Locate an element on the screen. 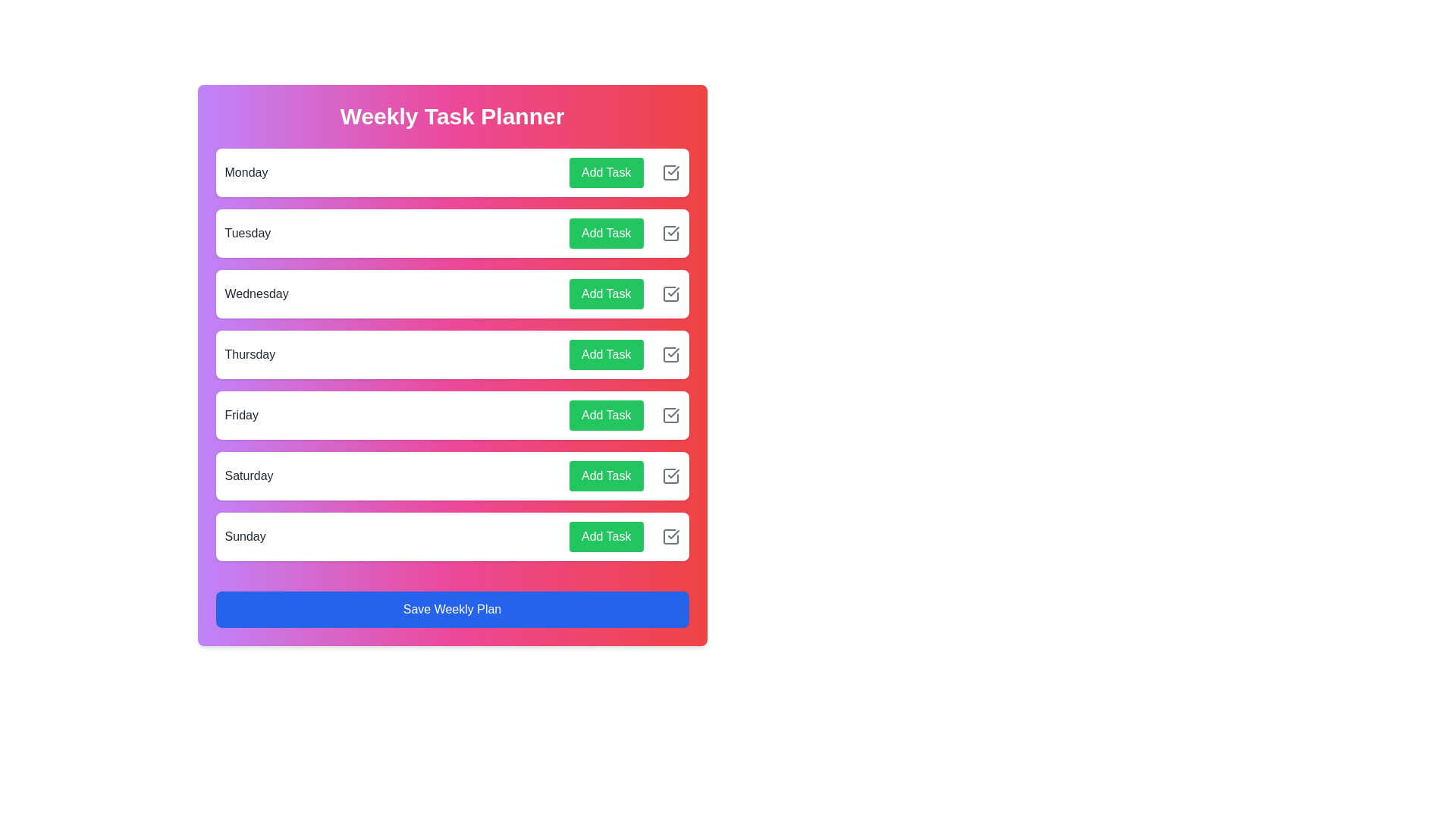 The width and height of the screenshot is (1456, 819). the day name Saturday is located at coordinates (249, 475).